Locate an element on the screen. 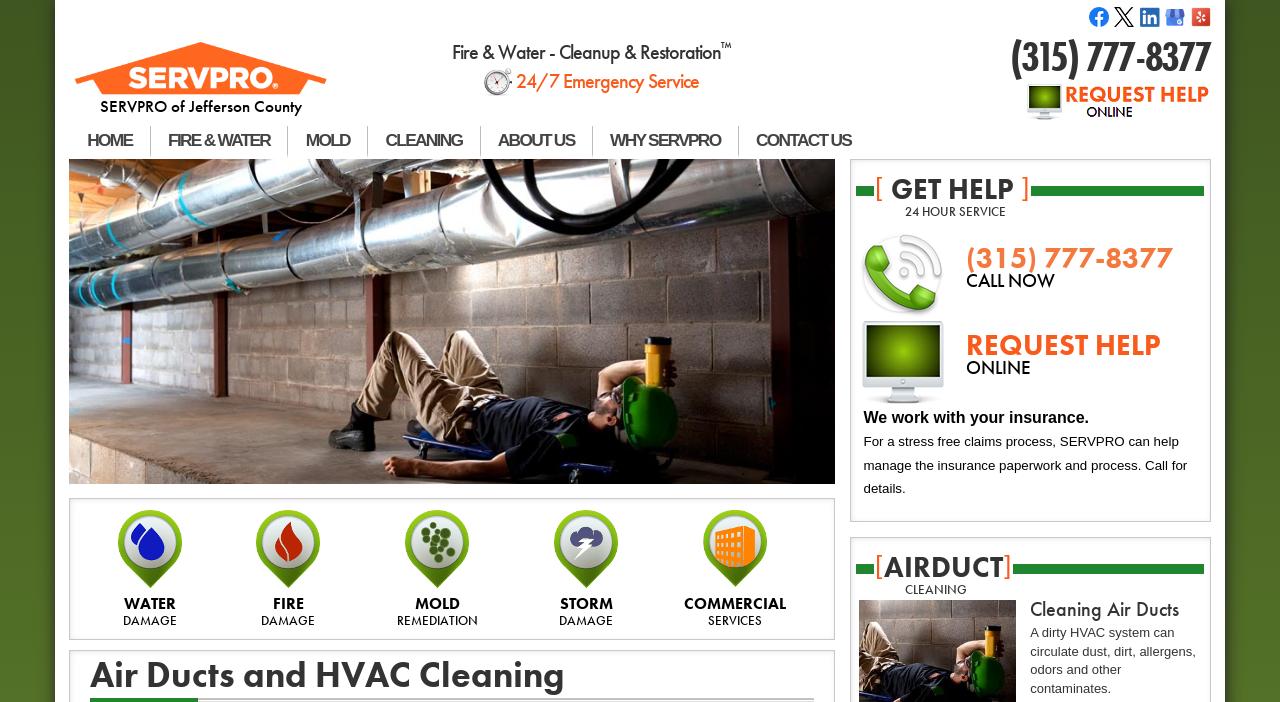 This screenshot has width=1280, height=702. 'We work with your insurance.' is located at coordinates (976, 415).